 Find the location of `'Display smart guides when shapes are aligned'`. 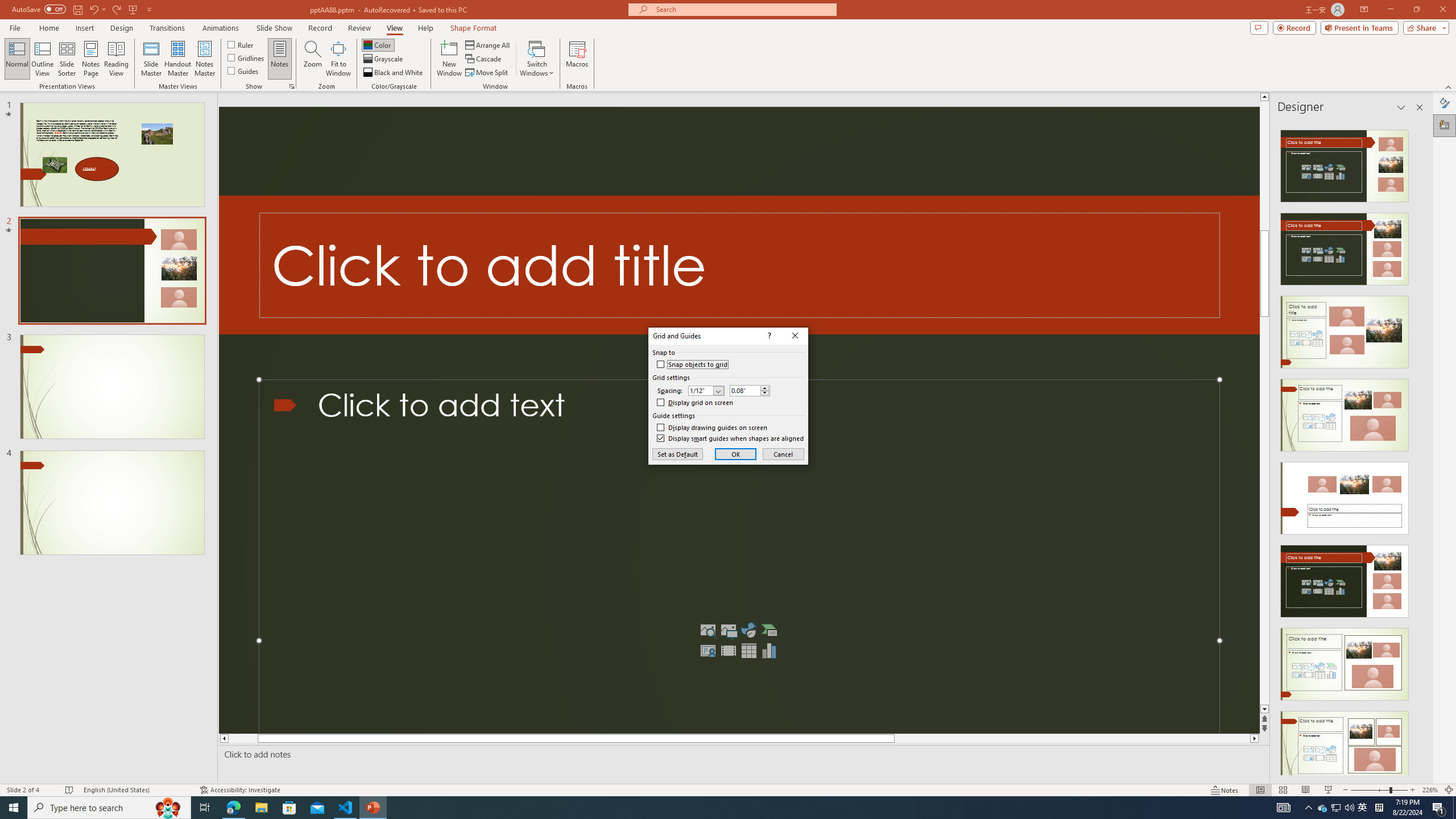

'Display smart guides when shapes are aligned' is located at coordinates (730, 438).